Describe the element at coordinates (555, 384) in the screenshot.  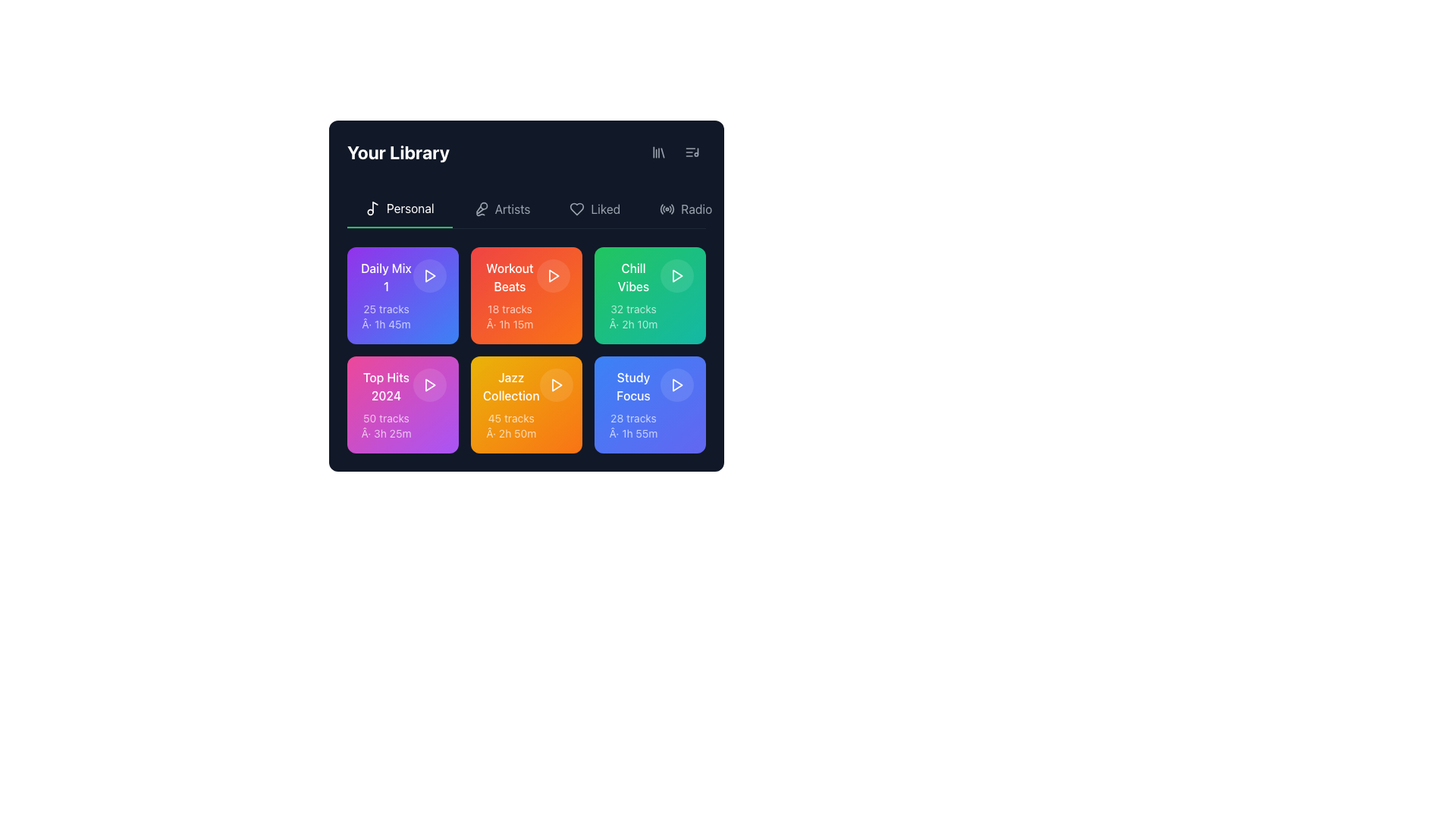
I see `the play button icon located in the top-right corner of the 'Jazz Collection' box, which is the fifth play button in a grid layout, to change its appearance` at that location.